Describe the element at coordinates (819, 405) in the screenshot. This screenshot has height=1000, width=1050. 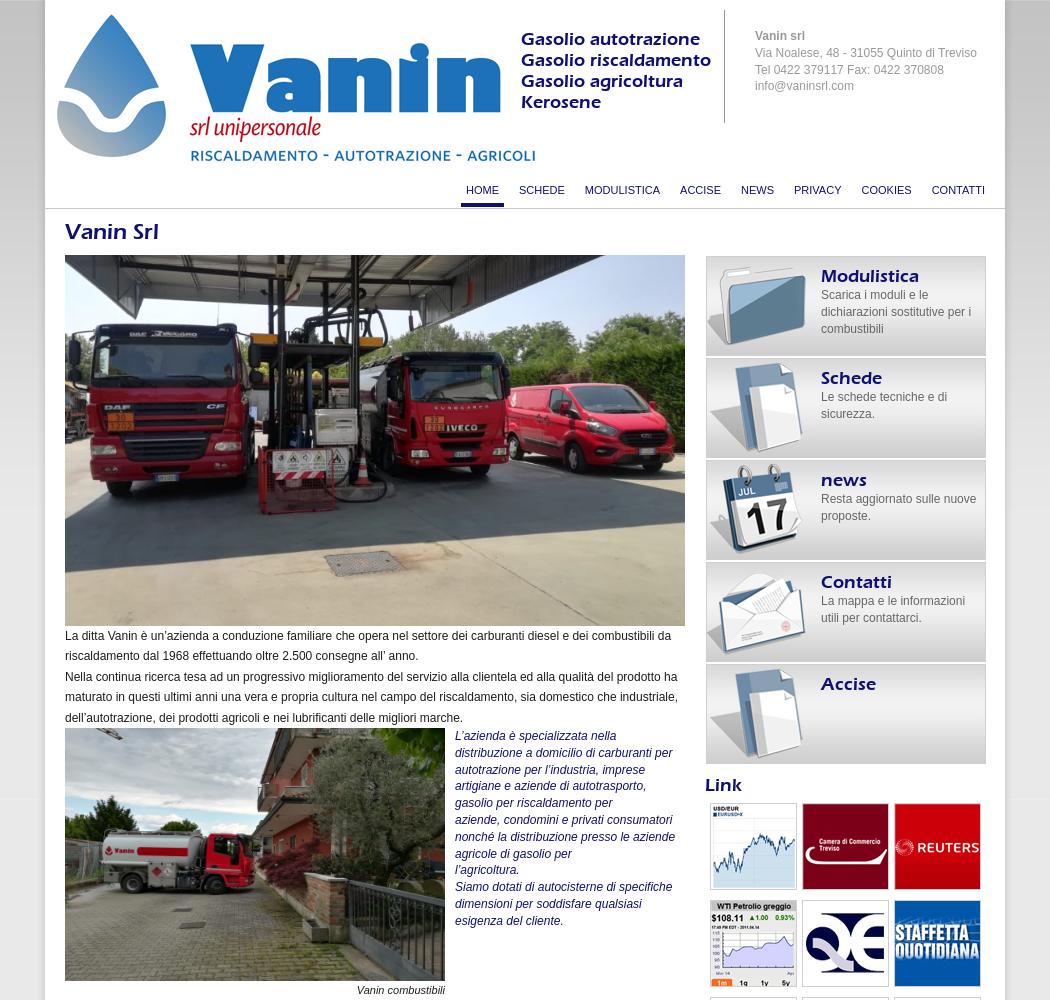
I see `'Le schede tecniche e di sicurezza.'` at that location.